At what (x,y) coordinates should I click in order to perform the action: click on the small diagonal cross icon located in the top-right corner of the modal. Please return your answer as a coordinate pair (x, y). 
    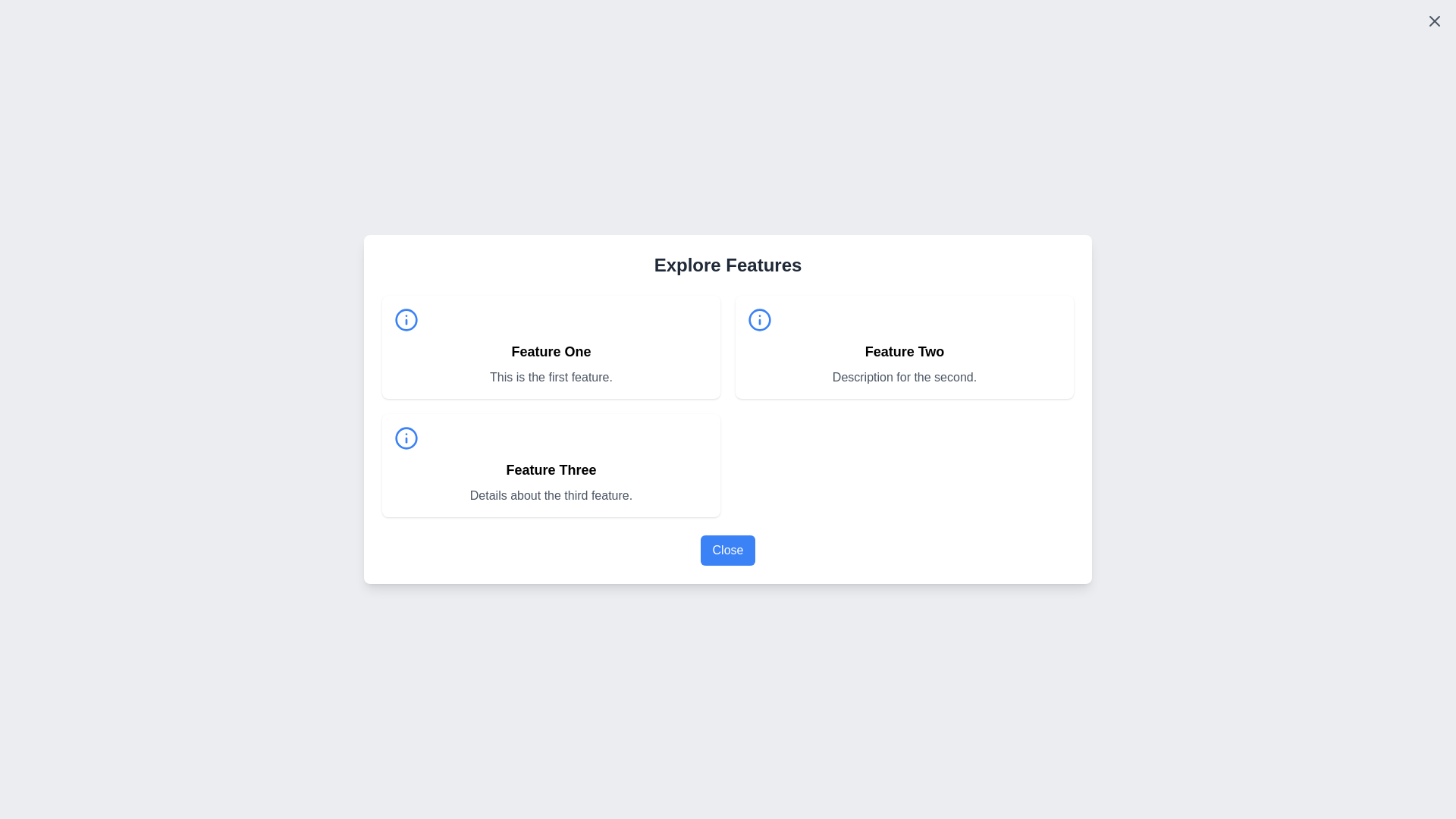
    Looking at the image, I should click on (1433, 20).